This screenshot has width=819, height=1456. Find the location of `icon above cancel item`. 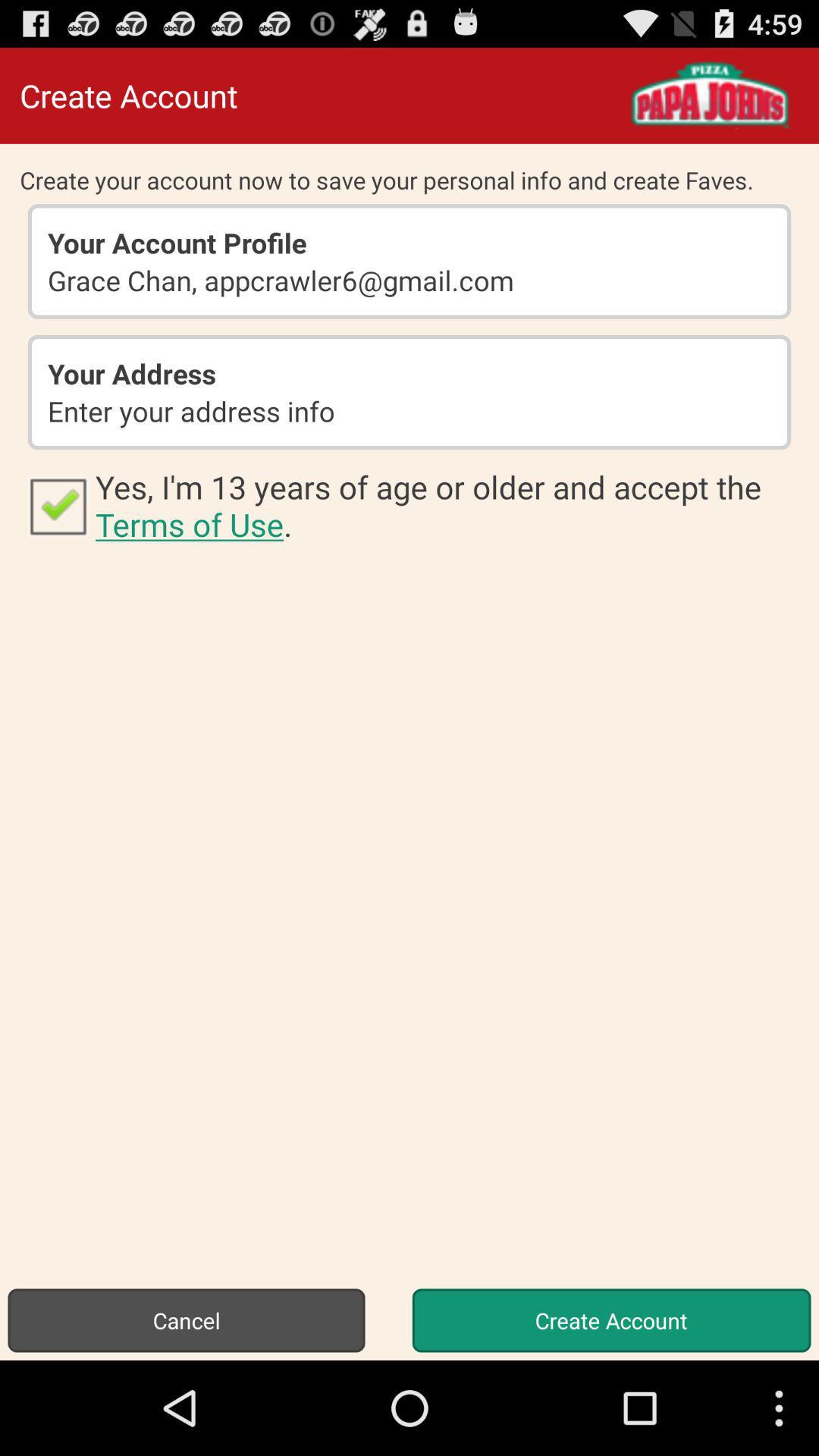

icon above cancel item is located at coordinates (446, 505).